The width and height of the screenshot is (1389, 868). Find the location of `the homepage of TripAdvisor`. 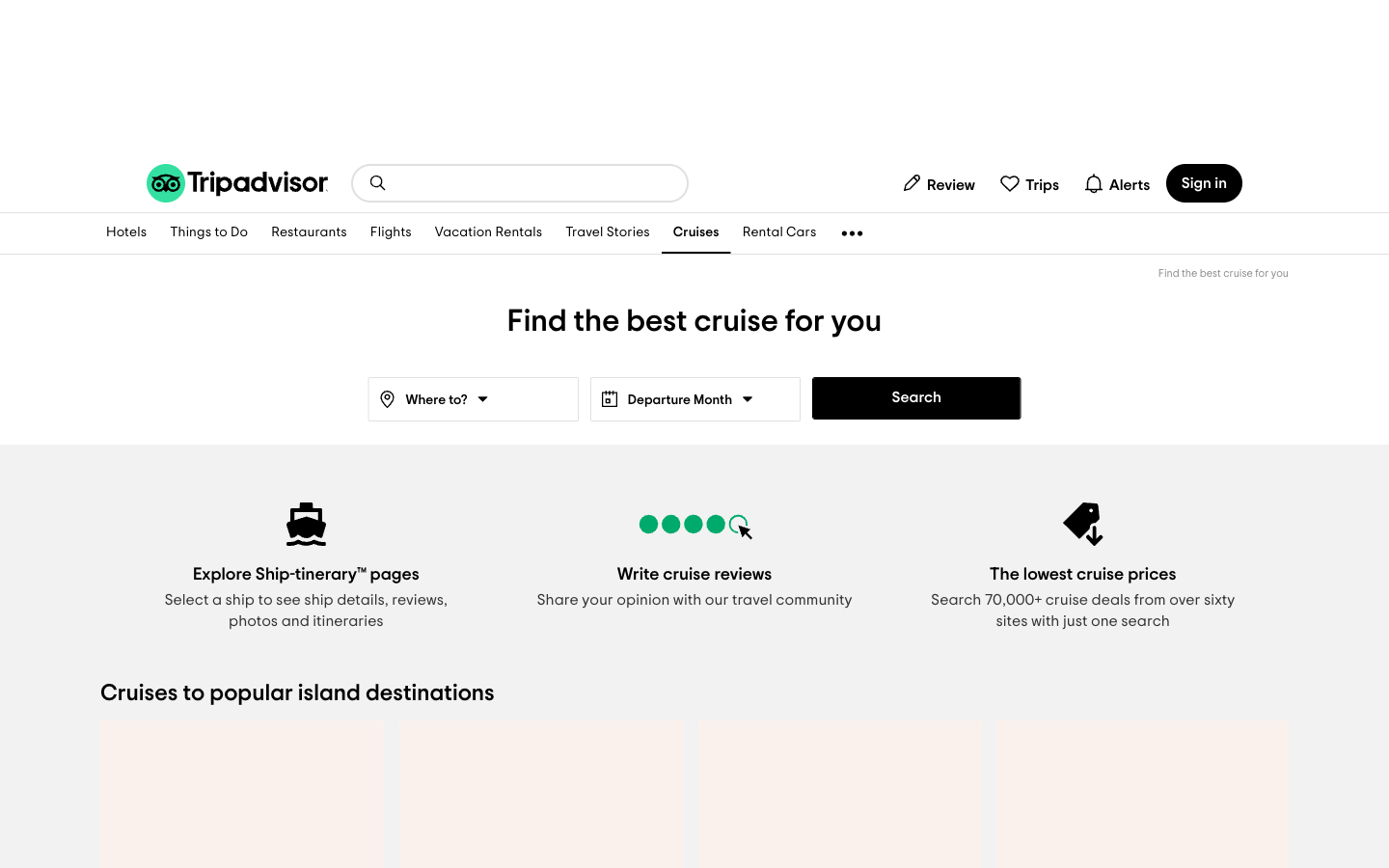

the homepage of TripAdvisor is located at coordinates (235, 182).